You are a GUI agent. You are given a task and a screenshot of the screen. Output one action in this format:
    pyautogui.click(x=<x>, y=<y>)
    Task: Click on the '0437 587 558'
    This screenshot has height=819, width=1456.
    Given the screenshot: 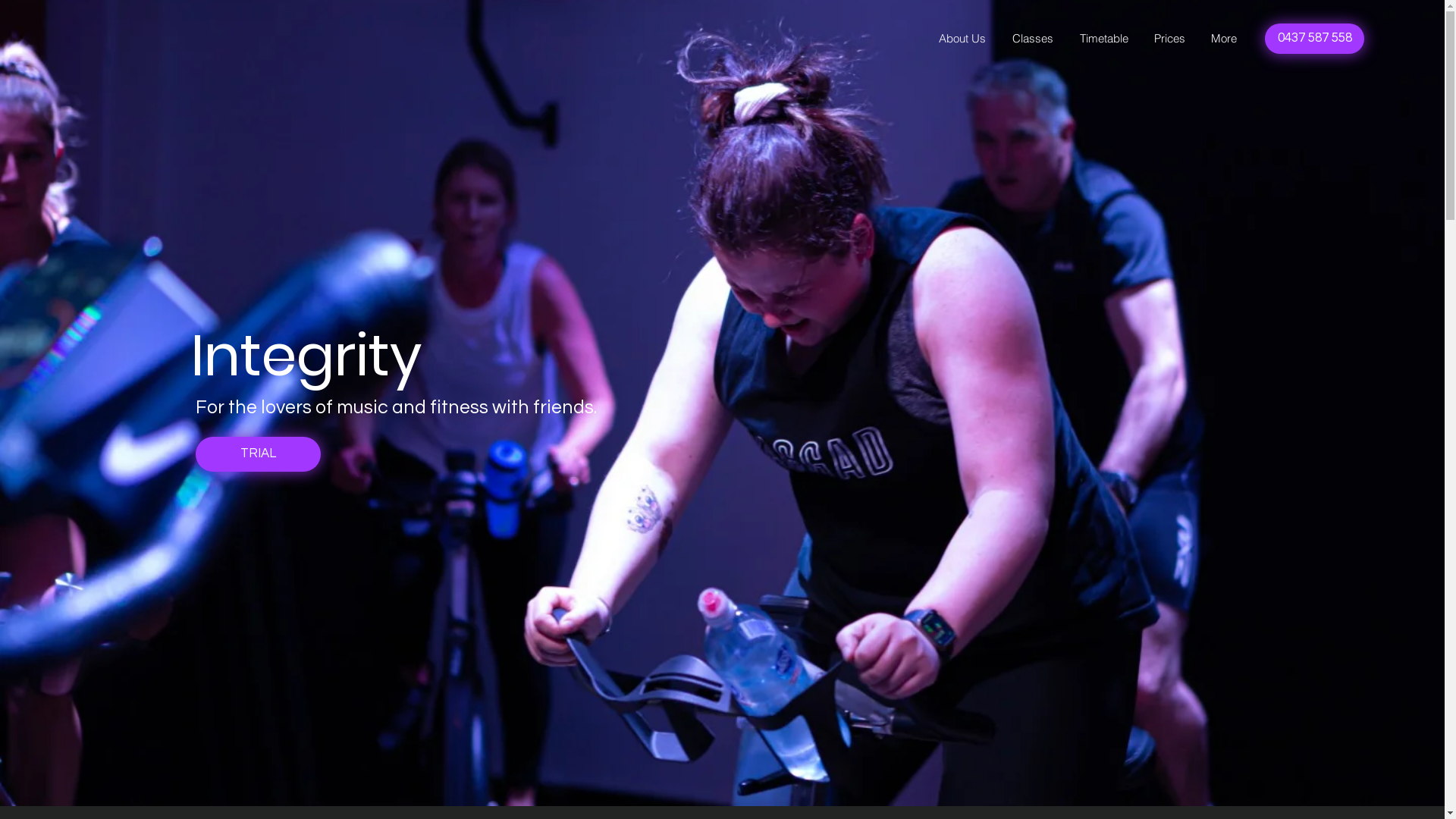 What is the action you would take?
    pyautogui.click(x=1313, y=37)
    